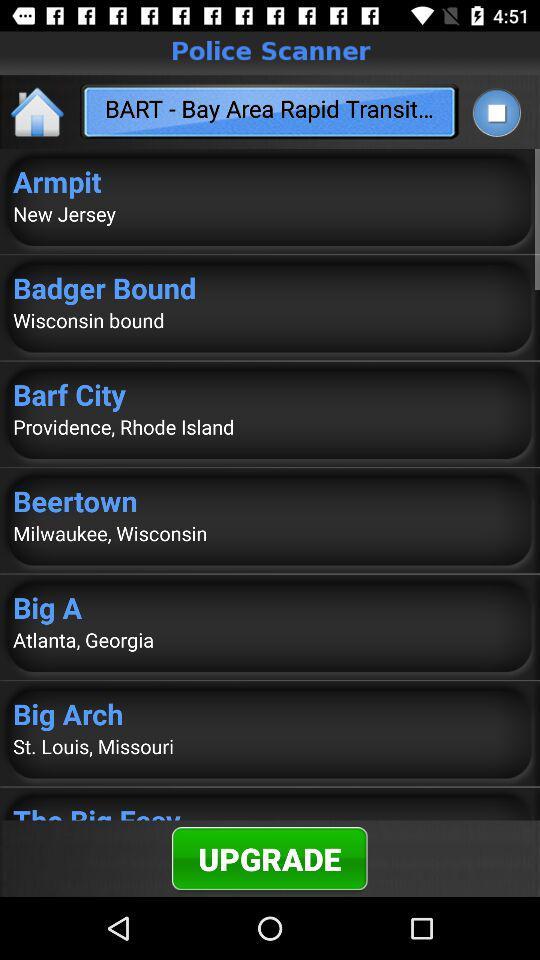 The image size is (540, 960). I want to click on badger bound, so click(270, 286).